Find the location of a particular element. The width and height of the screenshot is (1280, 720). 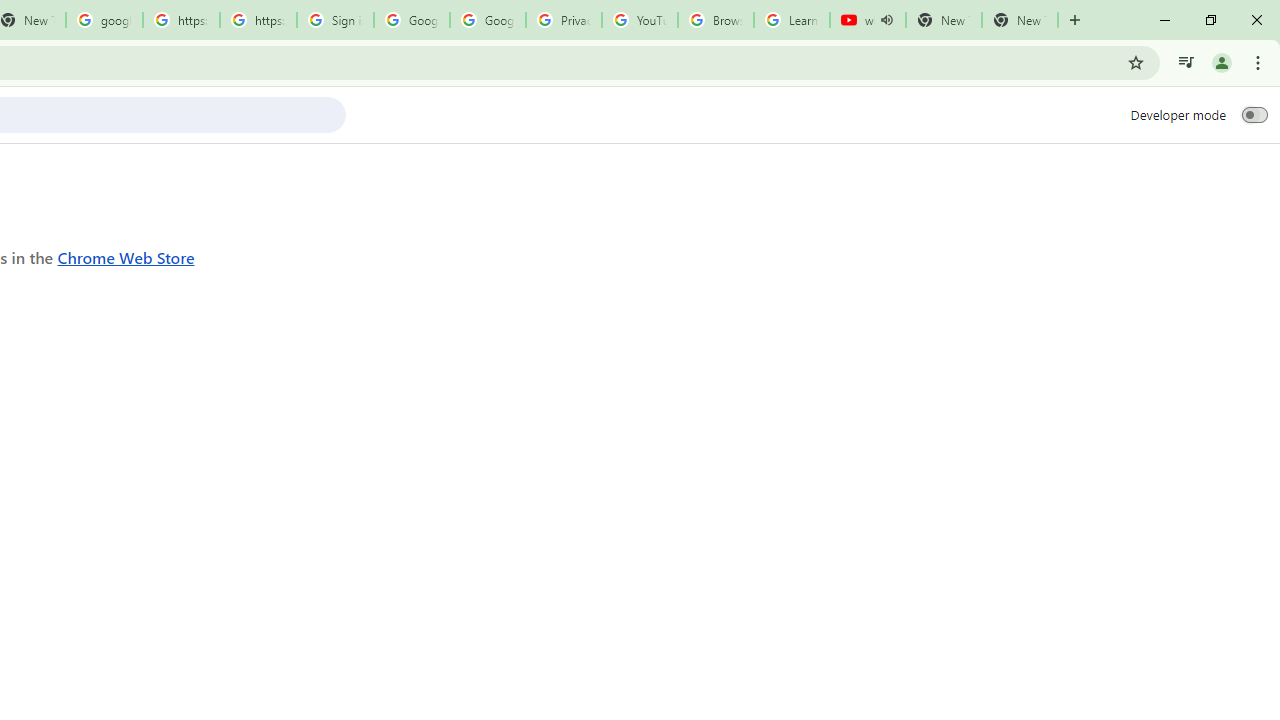

'Sign in - Google Accounts' is located at coordinates (335, 20).